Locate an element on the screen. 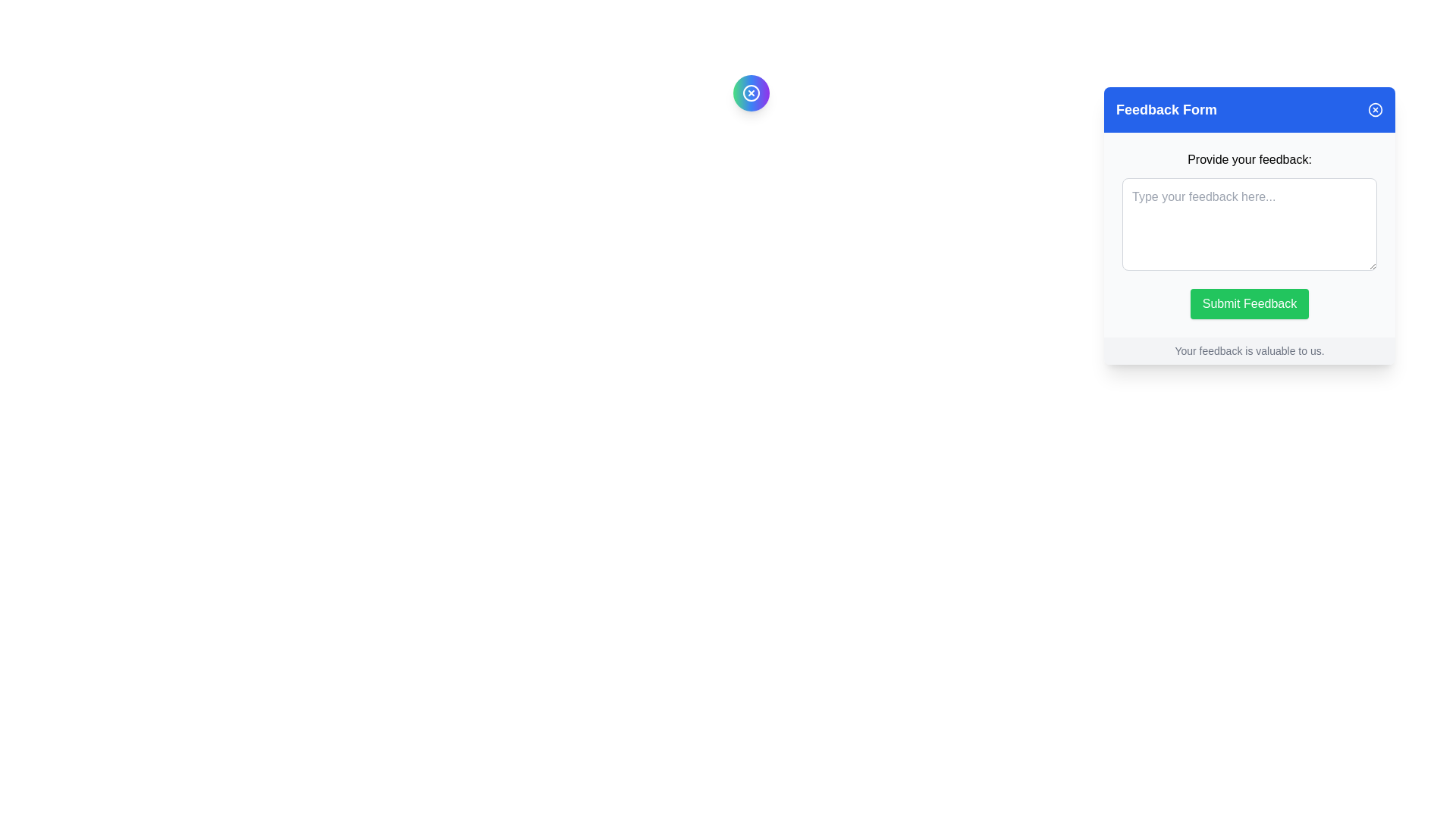 Image resolution: width=1456 pixels, height=819 pixels. the compact circular button with a gradient color and a white 'X' icon to observe any hover effects is located at coordinates (751, 93).